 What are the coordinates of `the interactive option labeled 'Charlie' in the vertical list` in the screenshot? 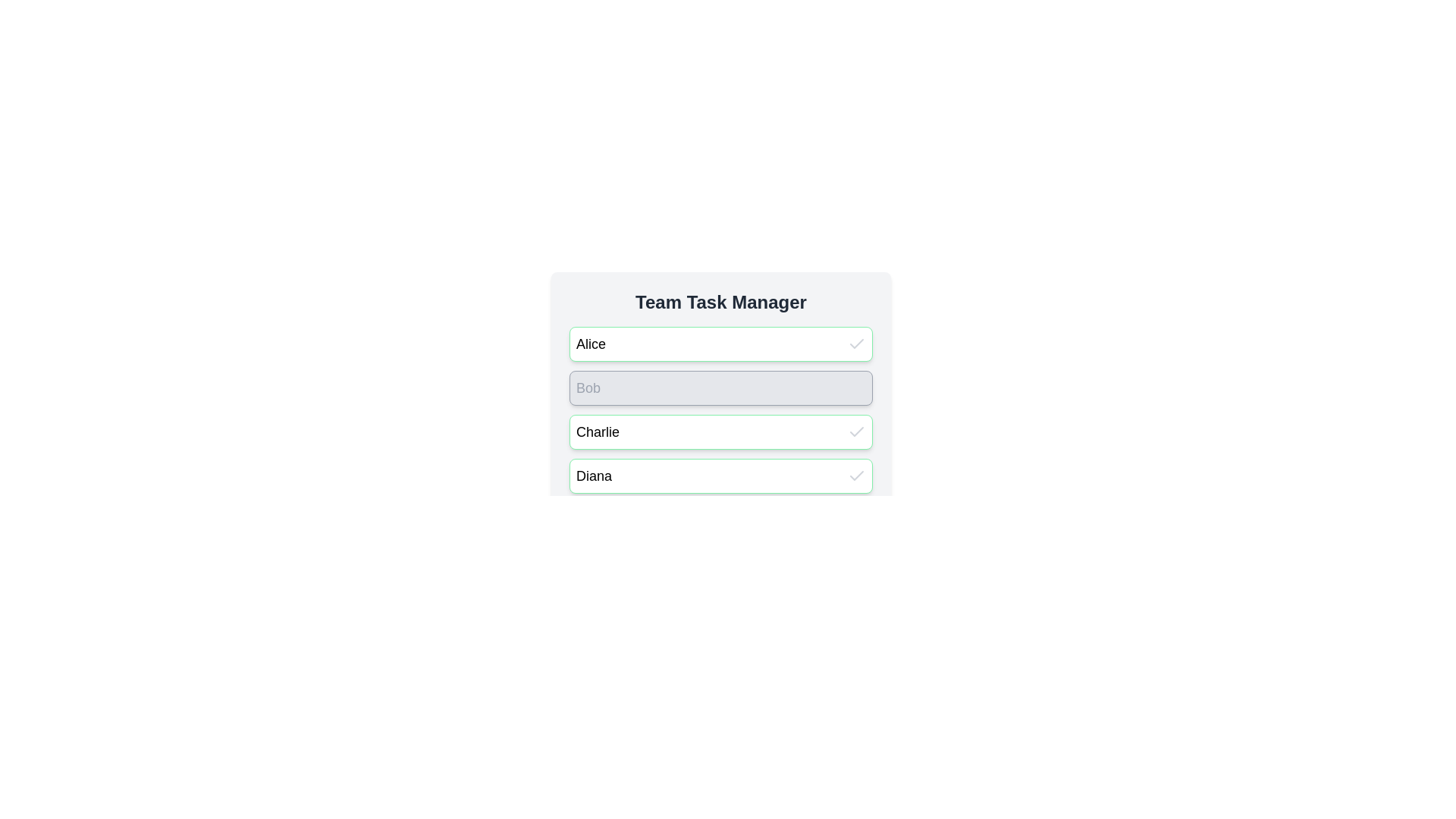 It's located at (720, 432).